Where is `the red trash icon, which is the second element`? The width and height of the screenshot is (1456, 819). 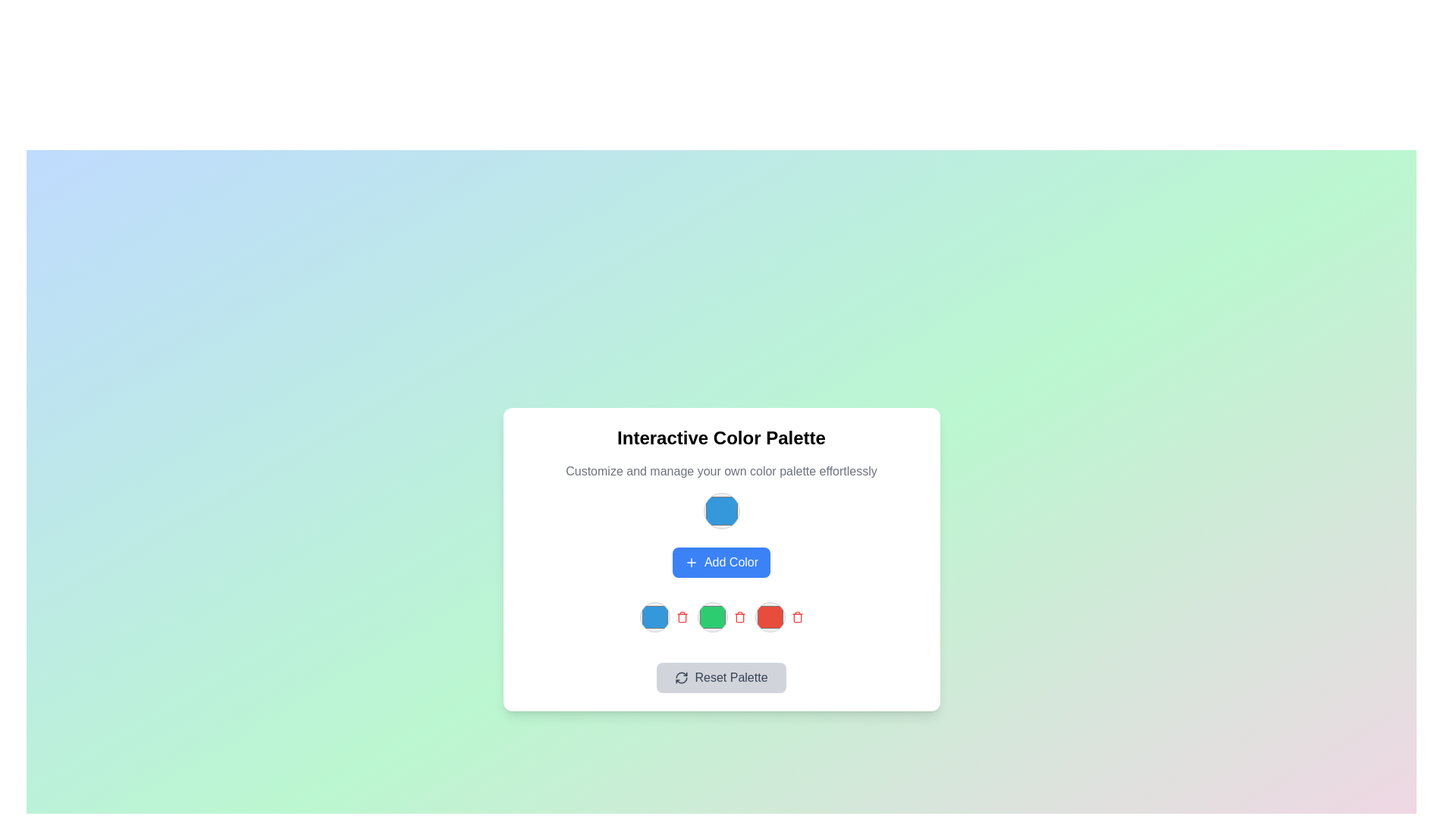
the red trash icon, which is the second element is located at coordinates (796, 617).